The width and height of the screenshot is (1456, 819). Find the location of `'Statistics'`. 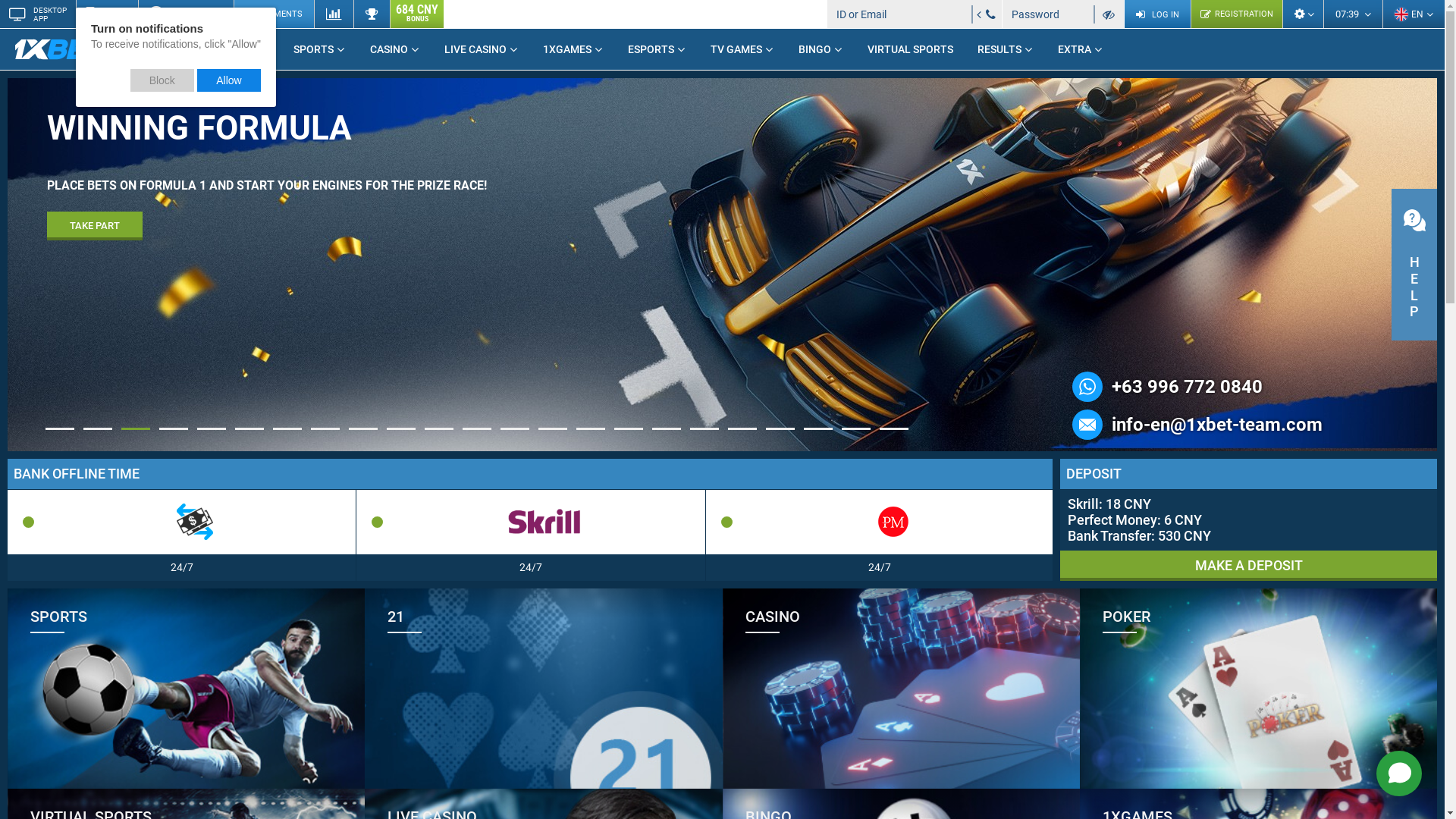

'Statistics' is located at coordinates (333, 14).